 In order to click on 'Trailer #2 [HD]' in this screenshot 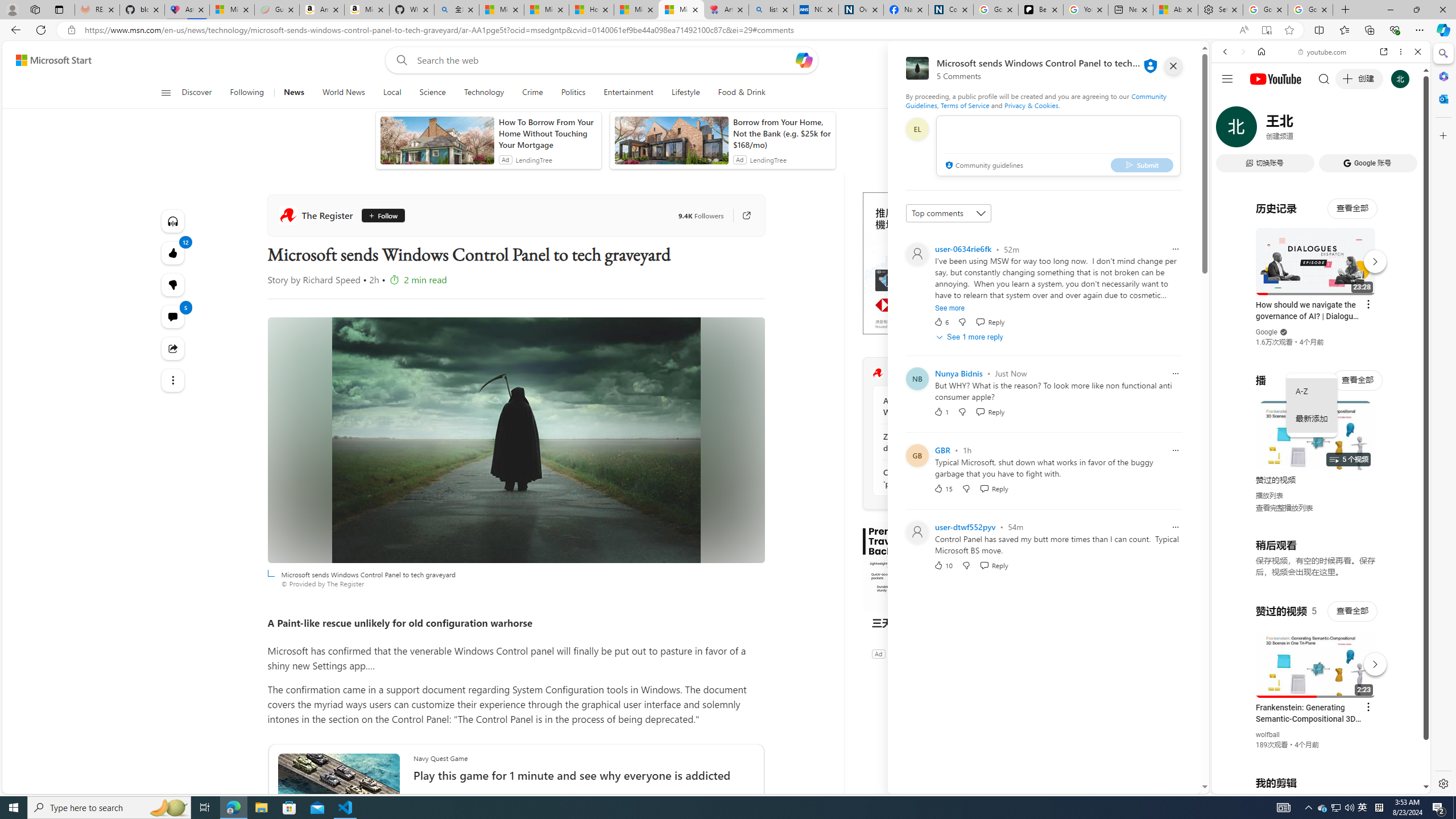, I will do `click(1319, 337)`.